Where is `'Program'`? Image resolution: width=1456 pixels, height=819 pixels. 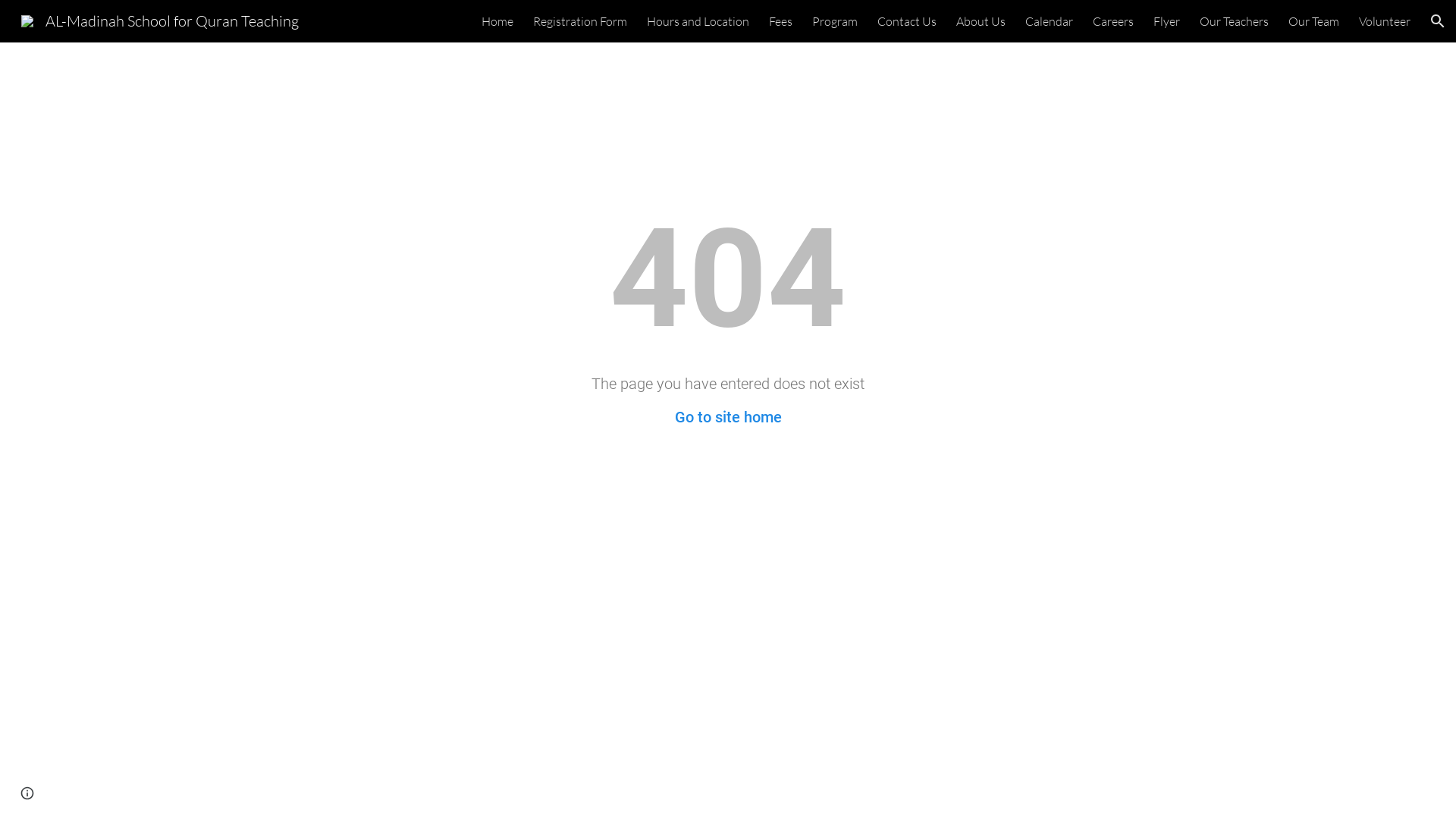
'Program' is located at coordinates (833, 20).